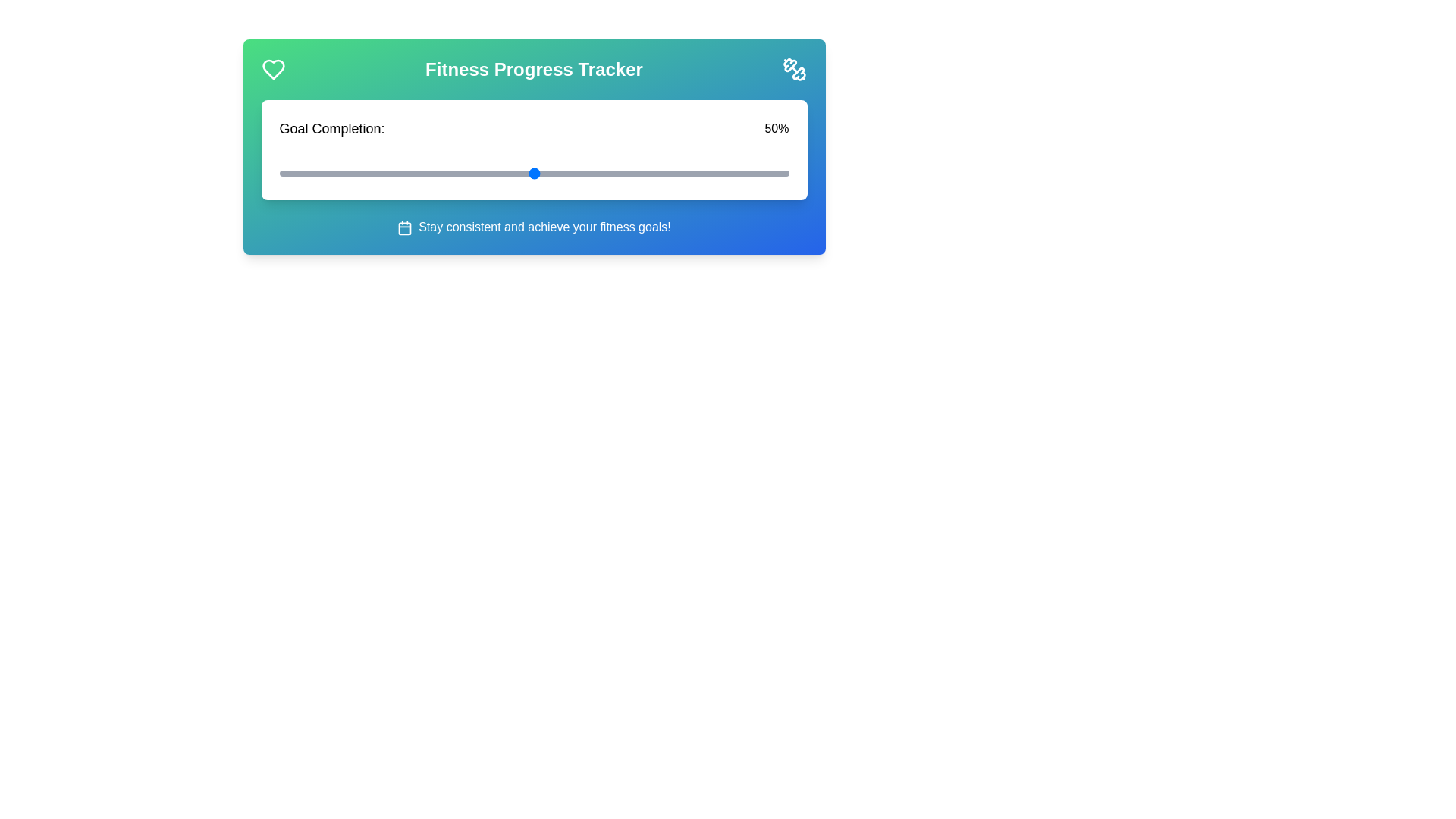 This screenshot has width=1456, height=819. Describe the element at coordinates (589, 172) in the screenshot. I see `the slider to set the goal completion percentage to 61` at that location.